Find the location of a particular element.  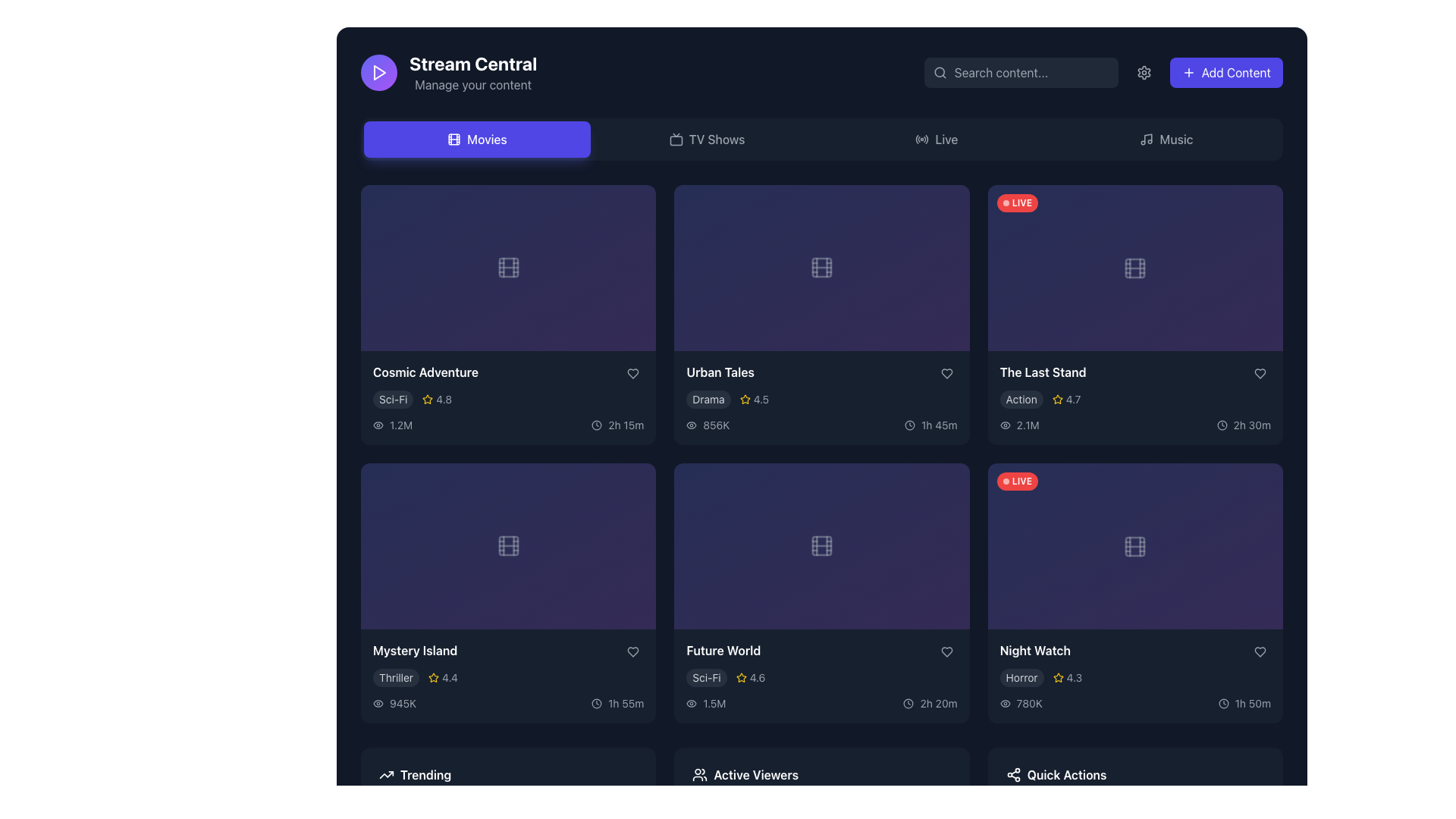

the search icon located inside the search bar at the top-right corner of the interface to initiate a search is located at coordinates (939, 73).